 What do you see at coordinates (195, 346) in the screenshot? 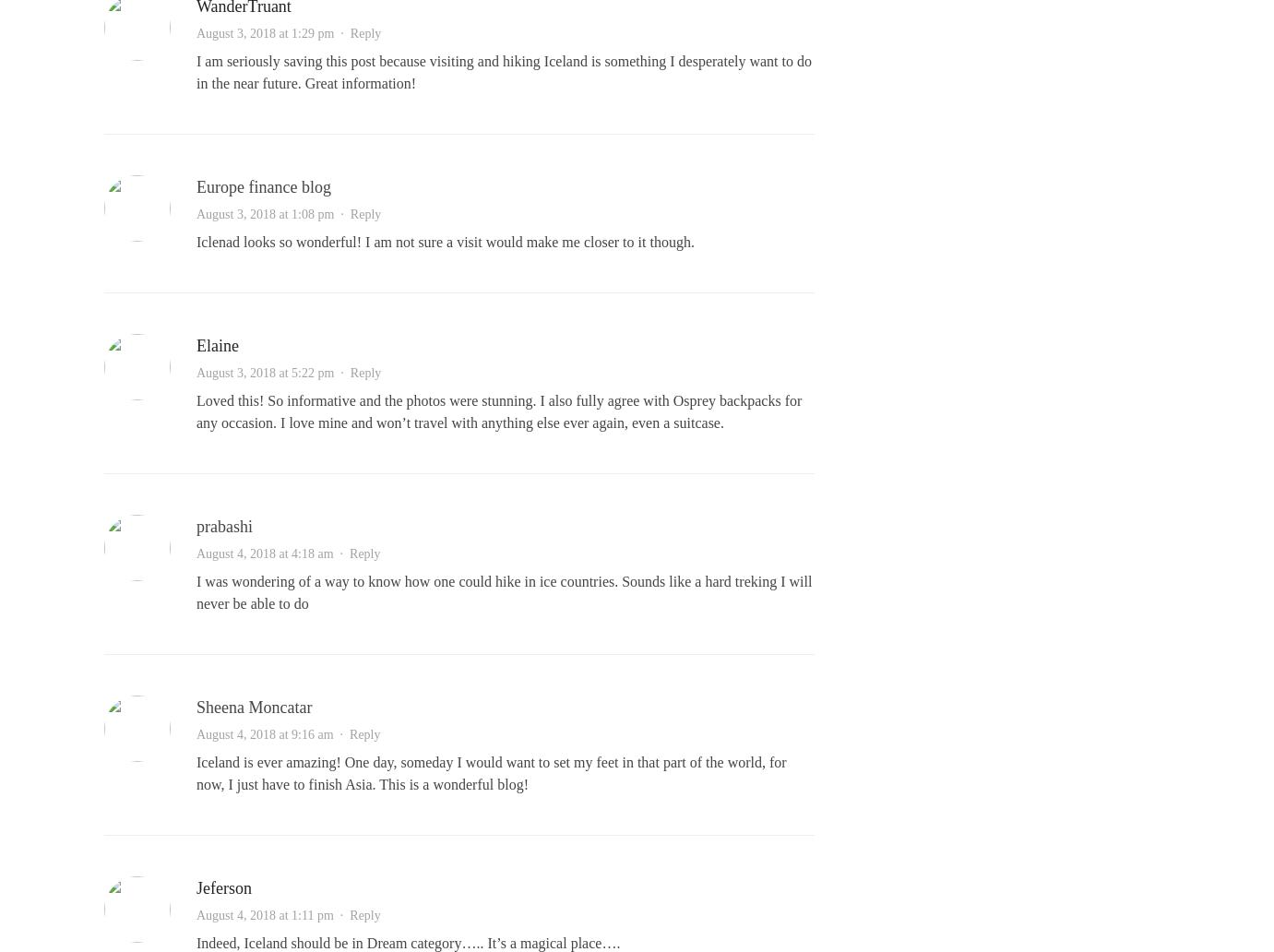
I see `'Elaine'` at bounding box center [195, 346].